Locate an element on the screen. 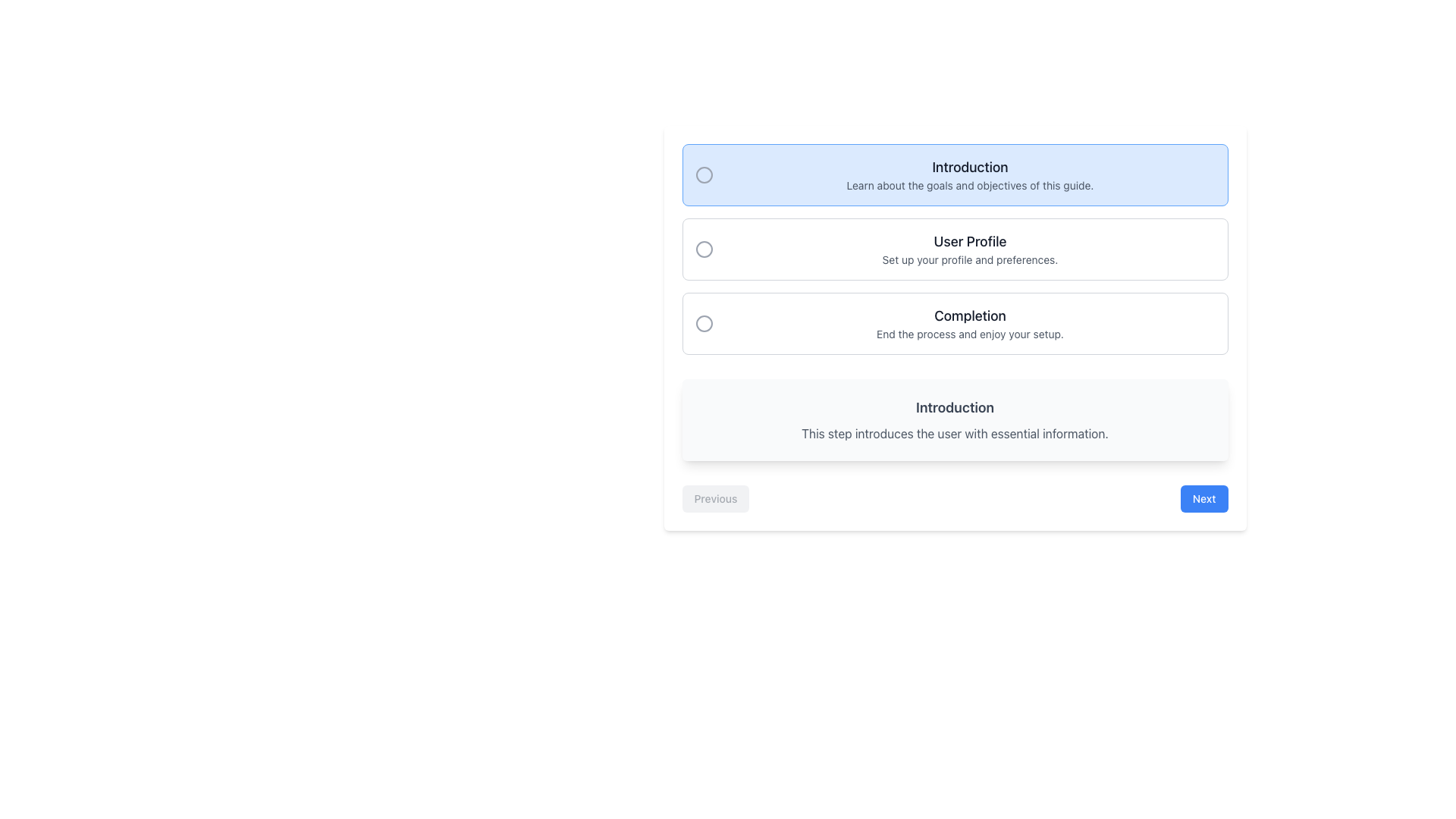 The image size is (1456, 819). the decorative SVG circle located on the left side of the 'Introduction' section, which serves as a status indicator is located at coordinates (703, 174).